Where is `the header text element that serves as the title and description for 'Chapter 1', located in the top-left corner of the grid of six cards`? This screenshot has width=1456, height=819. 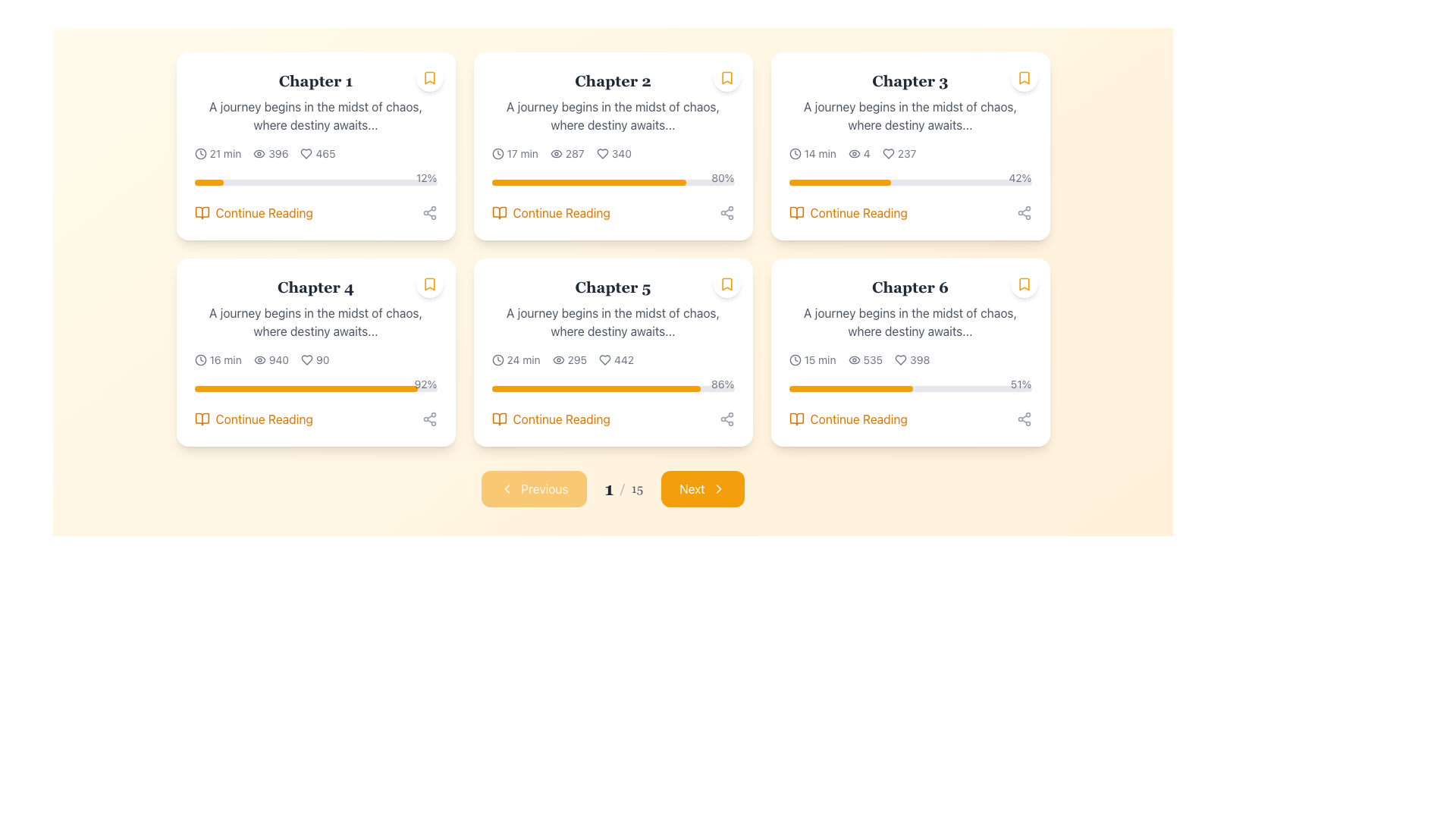 the header text element that serves as the title and description for 'Chapter 1', located in the top-left corner of the grid of six cards is located at coordinates (315, 102).